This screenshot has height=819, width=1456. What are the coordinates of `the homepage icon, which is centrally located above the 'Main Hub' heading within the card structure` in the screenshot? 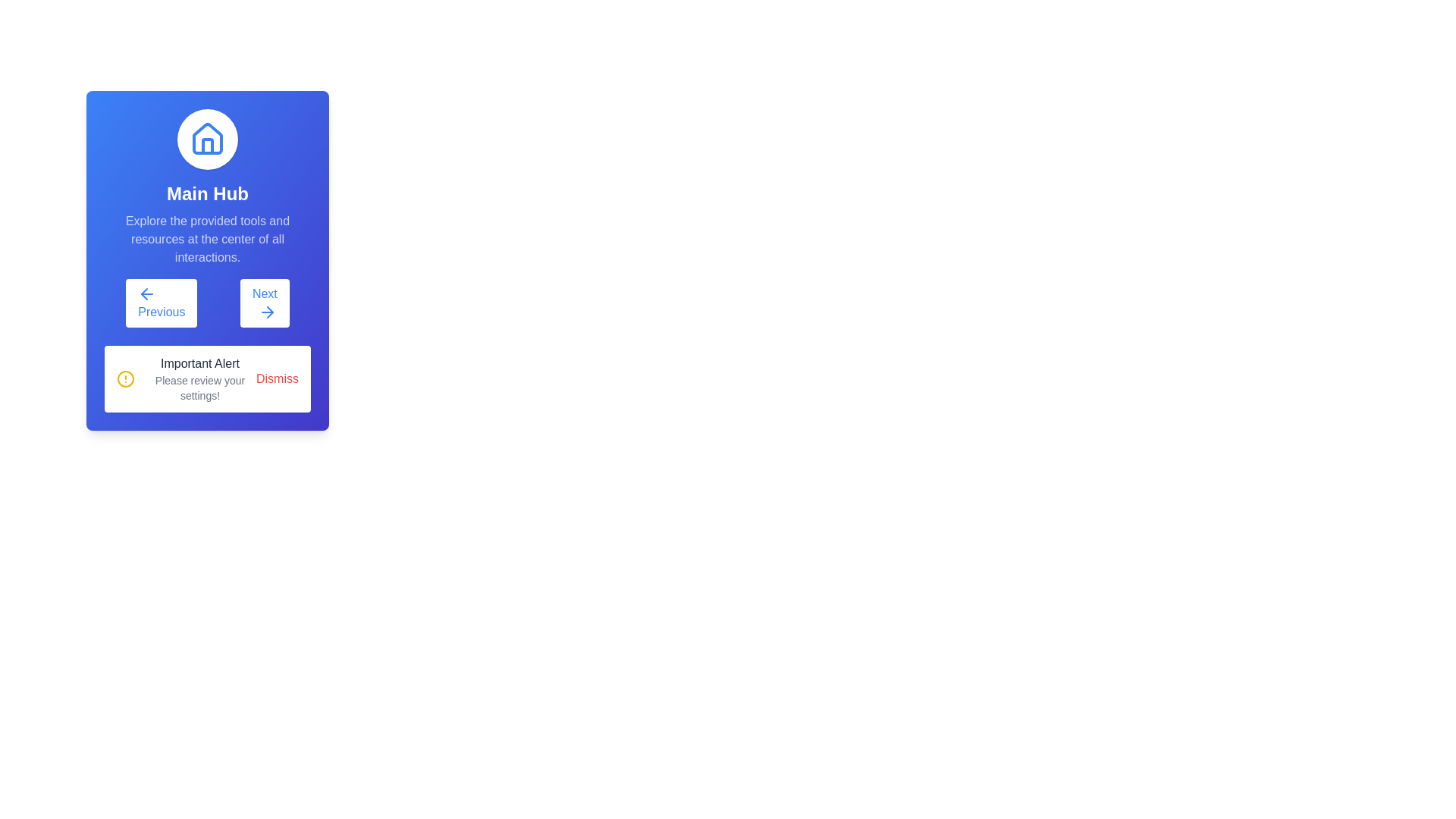 It's located at (206, 140).